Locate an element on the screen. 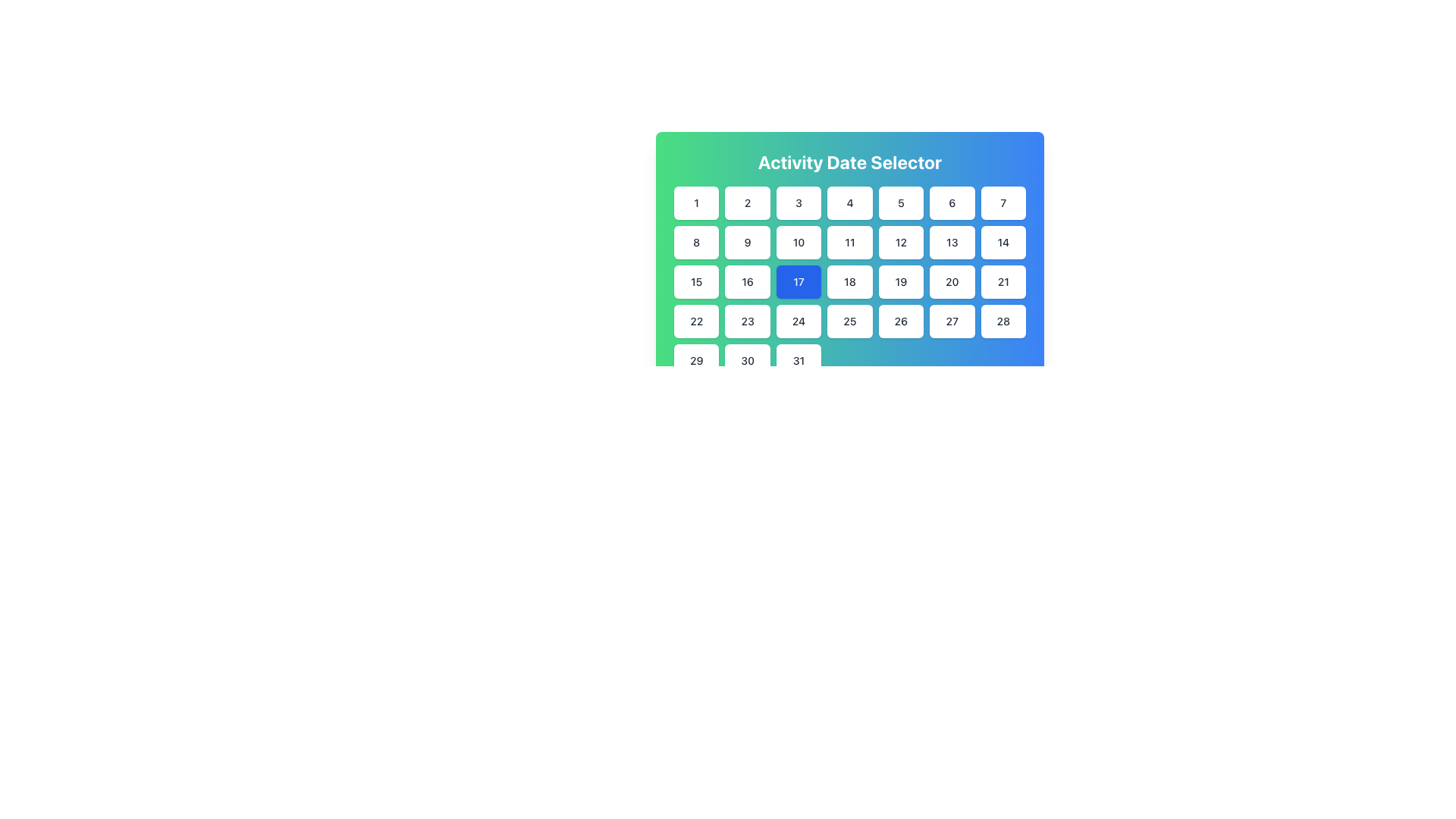  the date selection button for the 31st in the calendar interface, located in the last row and last column of the grid layout is located at coordinates (798, 360).